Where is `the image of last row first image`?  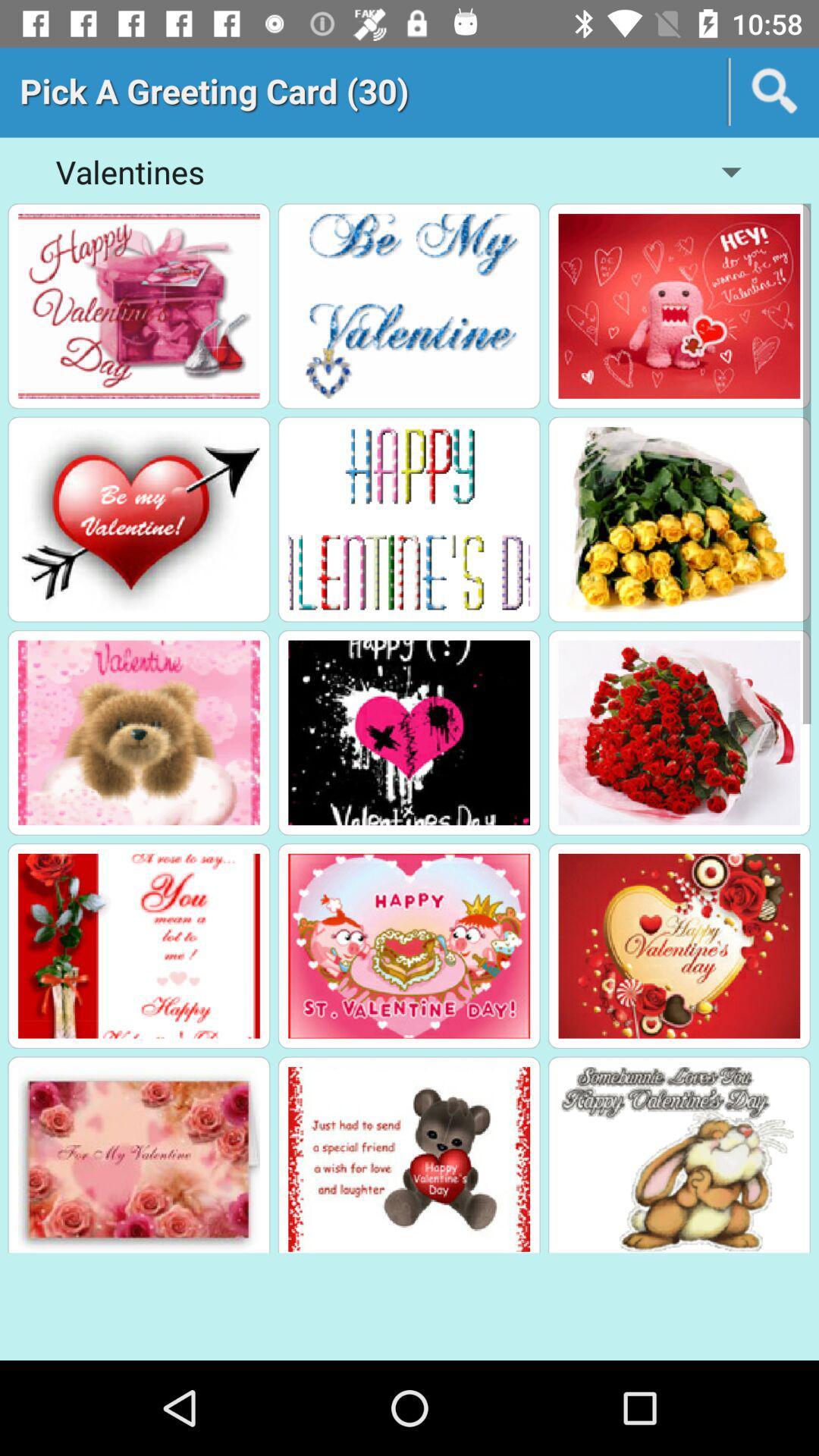
the image of last row first image is located at coordinates (139, 1159).